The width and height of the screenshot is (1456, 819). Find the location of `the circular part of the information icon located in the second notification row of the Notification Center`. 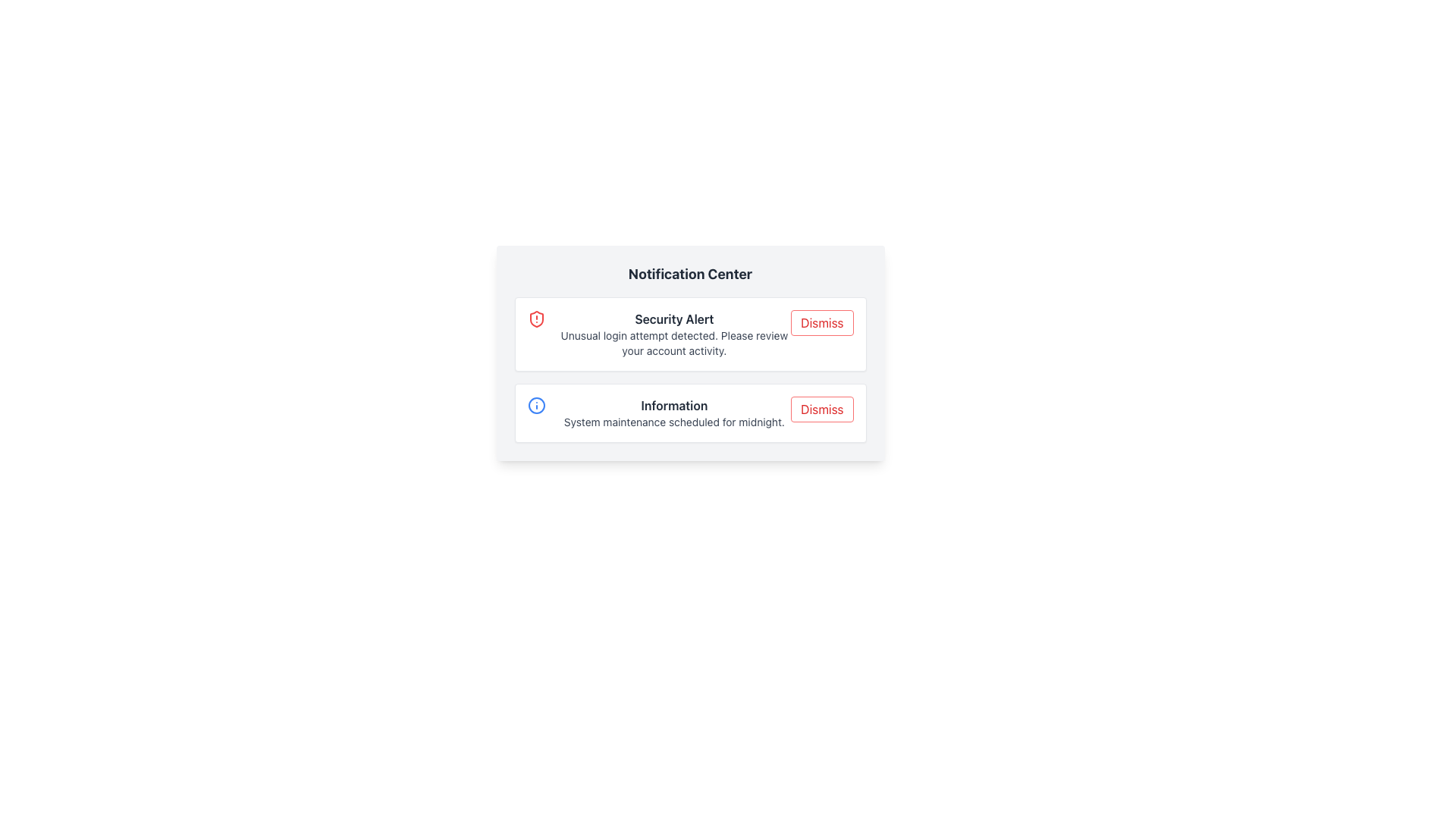

the circular part of the information icon located in the second notification row of the Notification Center is located at coordinates (536, 405).